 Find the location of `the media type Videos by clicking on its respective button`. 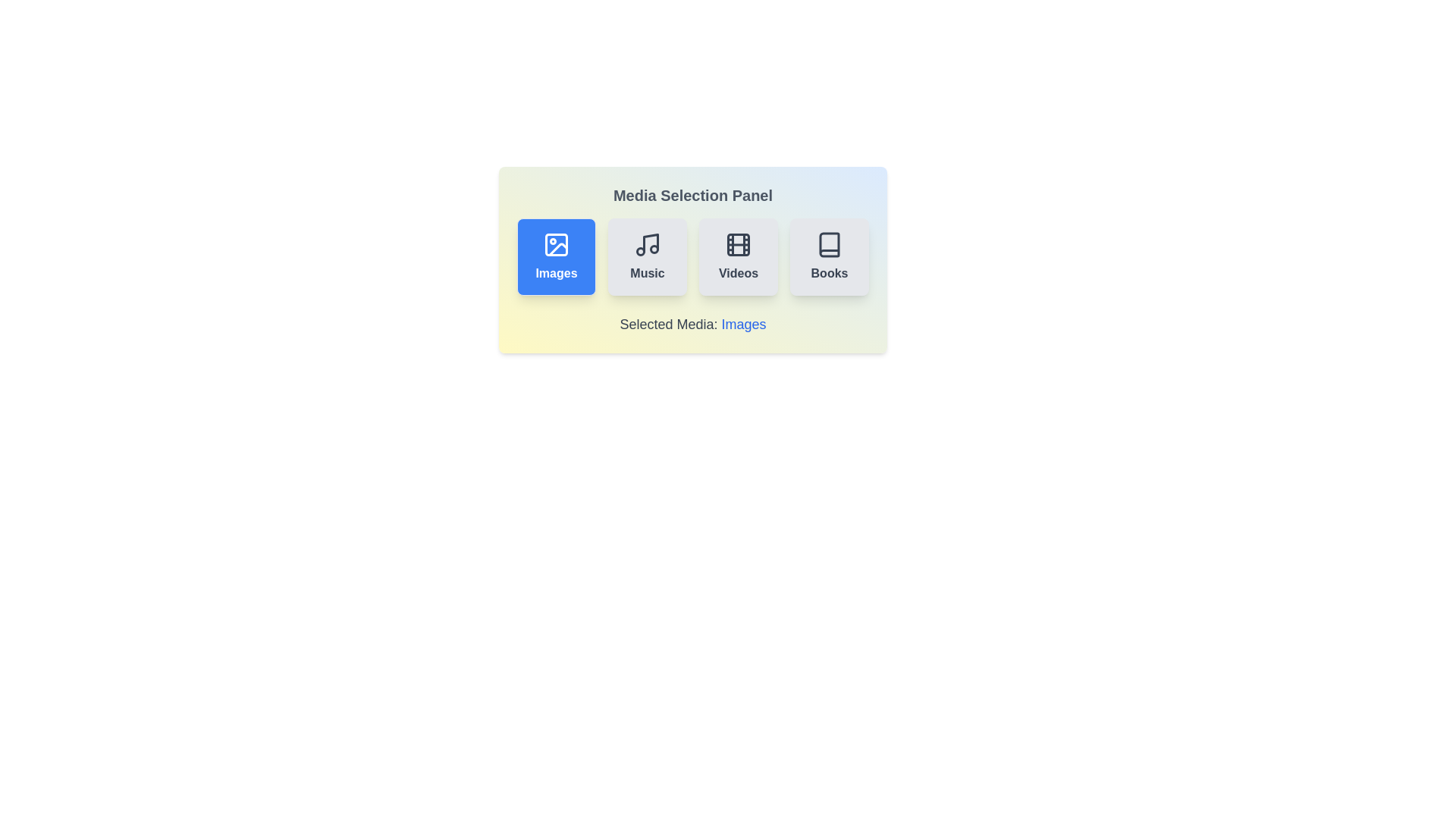

the media type Videos by clicking on its respective button is located at coordinates (739, 256).